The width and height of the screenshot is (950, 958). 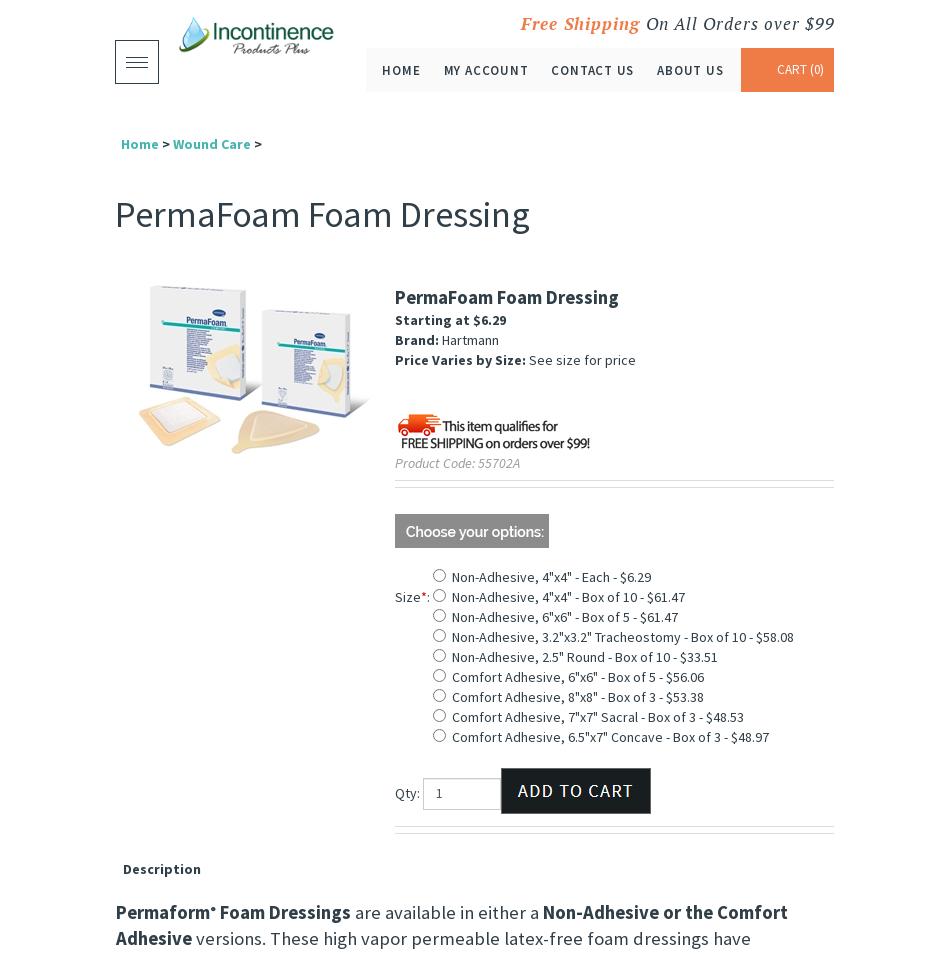 I want to click on 'Non-Adhesive or the Comfort Adhesive', so click(x=451, y=925).